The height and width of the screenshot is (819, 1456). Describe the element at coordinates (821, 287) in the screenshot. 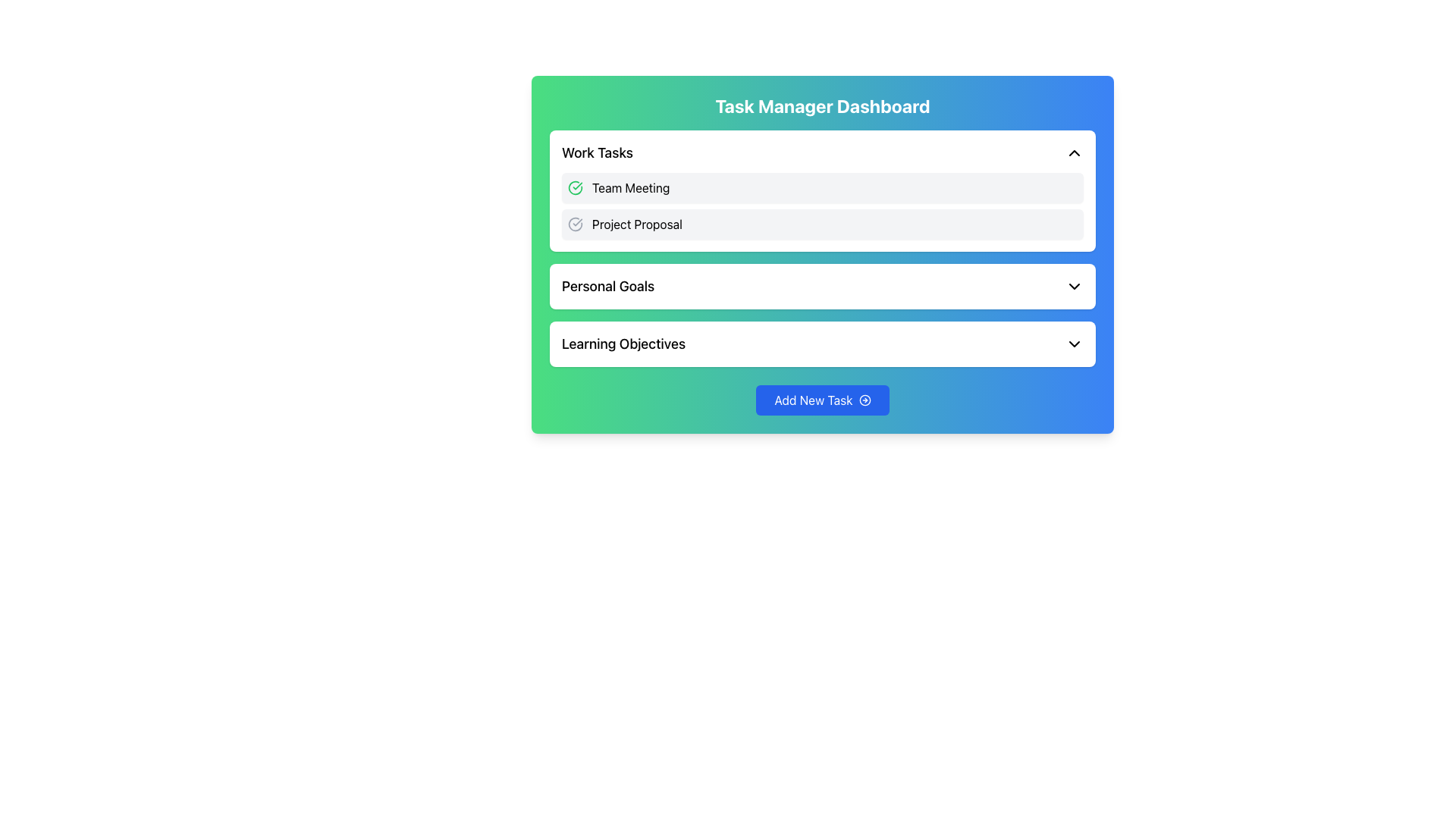

I see `the 'Personal Goals' title on the third expandable card in the 'Task Manager Dashboard'` at that location.